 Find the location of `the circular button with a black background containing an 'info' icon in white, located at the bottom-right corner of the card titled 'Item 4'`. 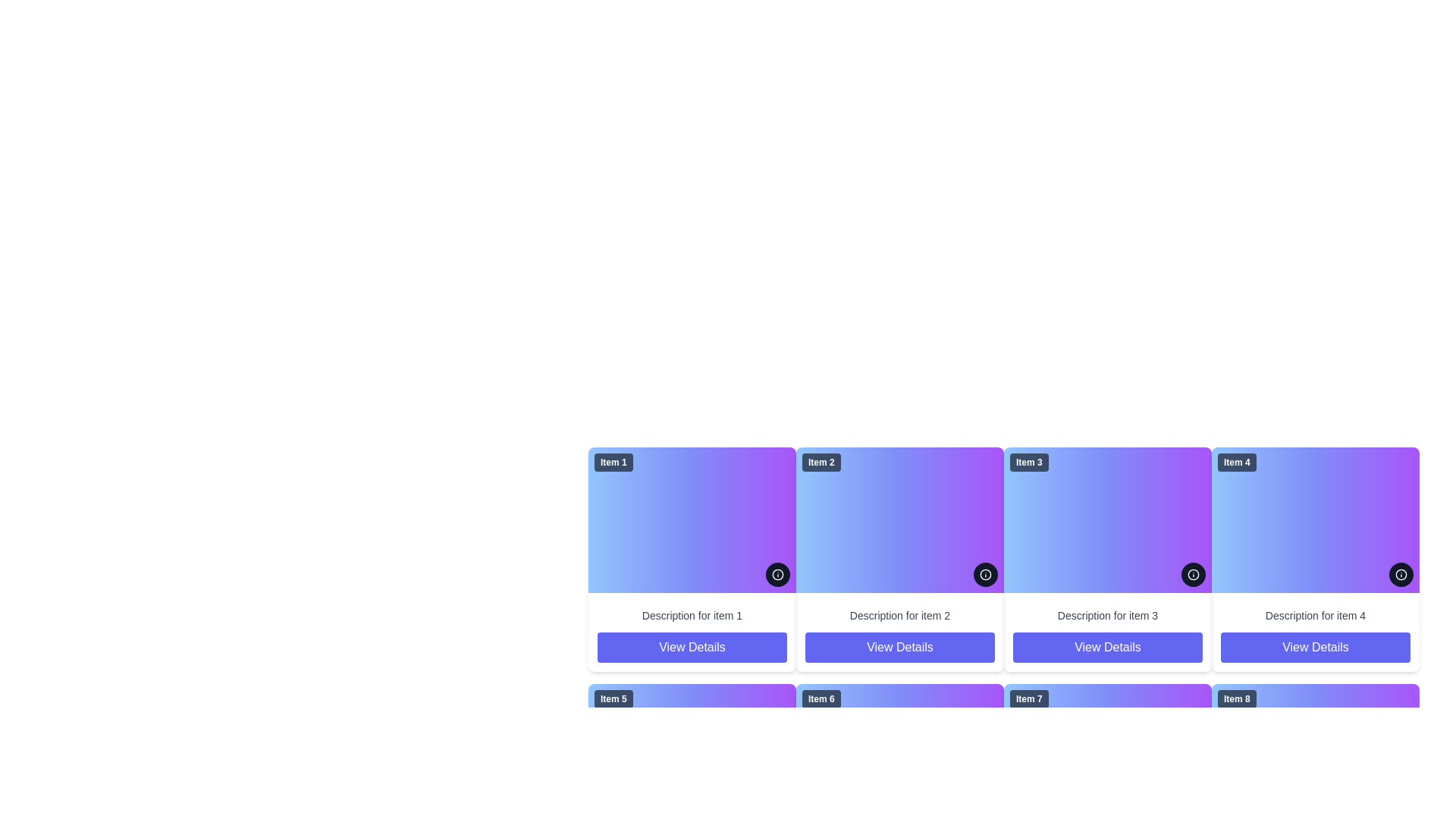

the circular button with a black background containing an 'info' icon in white, located at the bottom-right corner of the card titled 'Item 4' is located at coordinates (1401, 575).